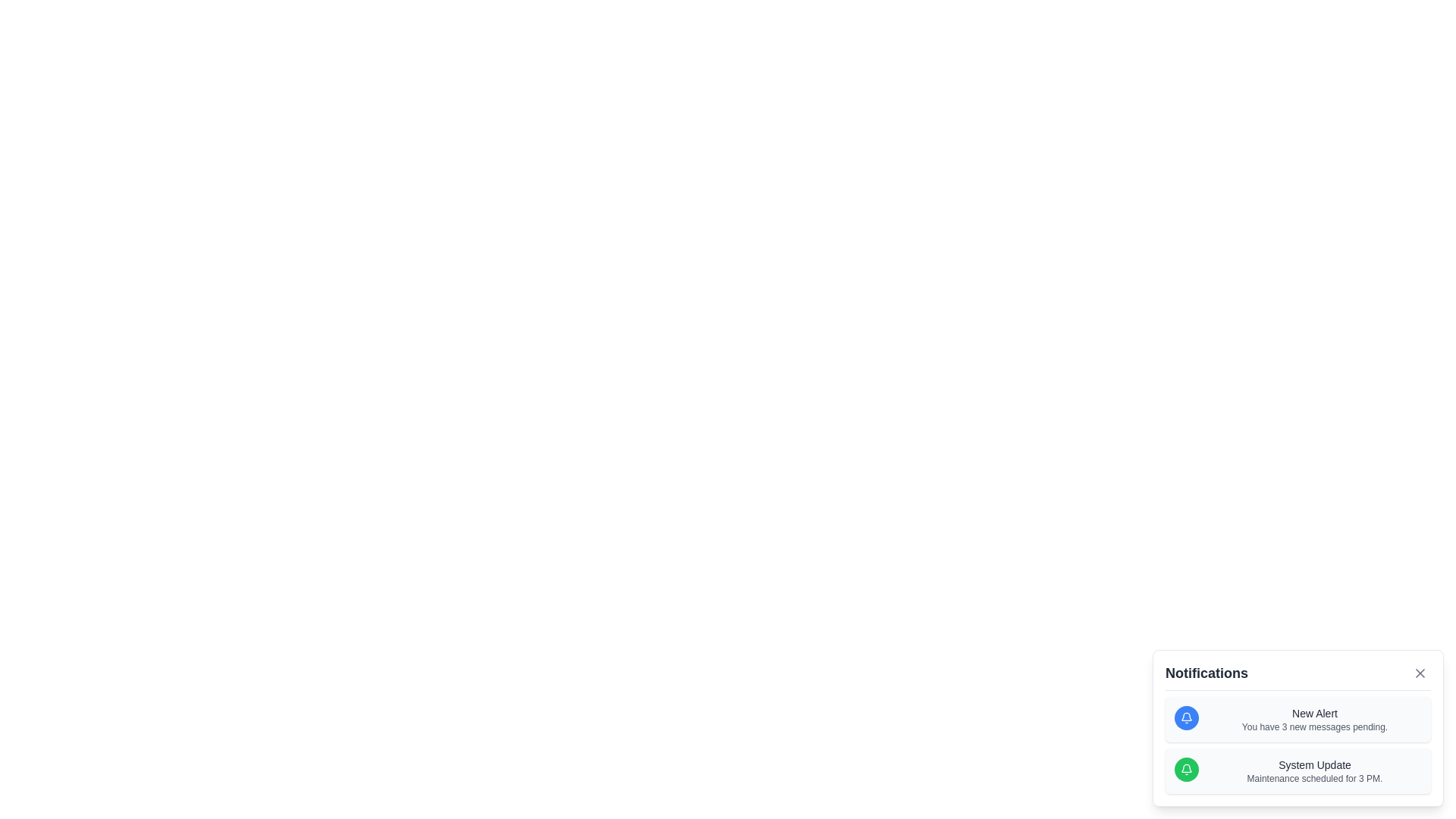  I want to click on the bell icon, which is a 24x24 pixel line drawing on a blue background, located, so click(1185, 717).